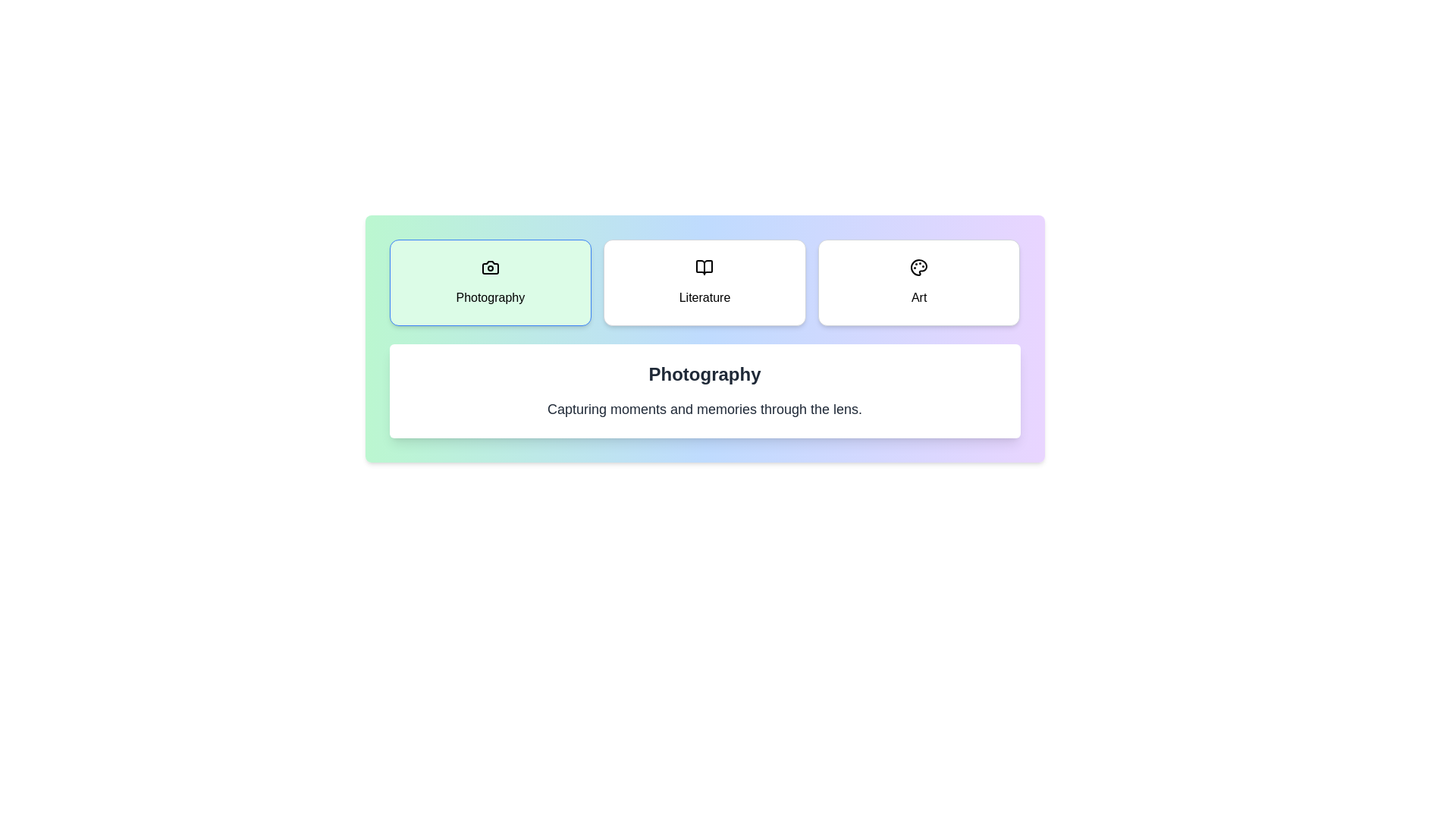 The image size is (1456, 819). Describe the element at coordinates (490, 267) in the screenshot. I see `the 'Photography' category icon located in the top-left section of the interface for accessibility purposes` at that location.